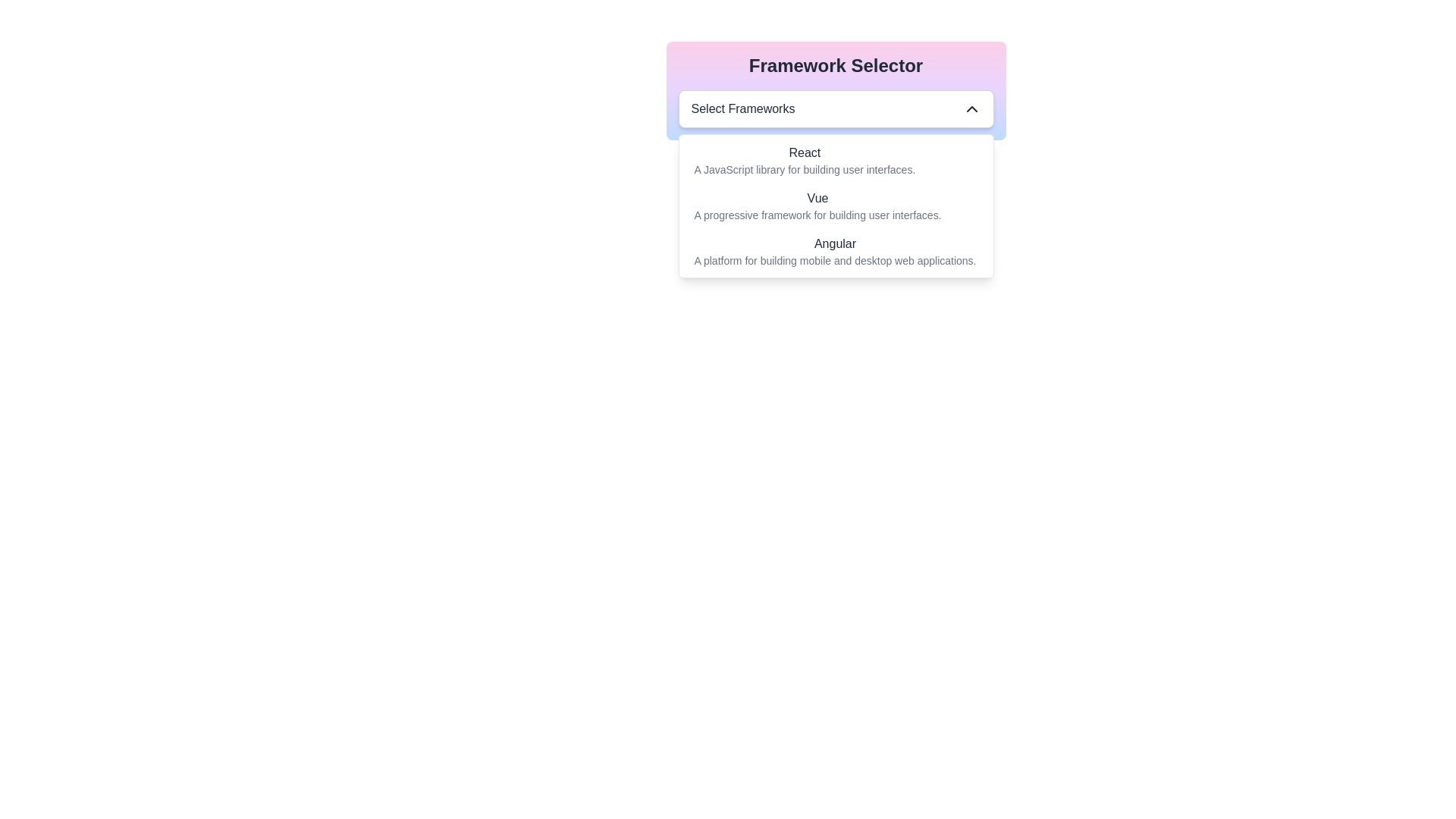 This screenshot has width=1456, height=819. I want to click on the text label that reads 'A platform for building mobile and desktop web applications.' located below the title 'Angular' in the dropdown menu, so click(834, 259).